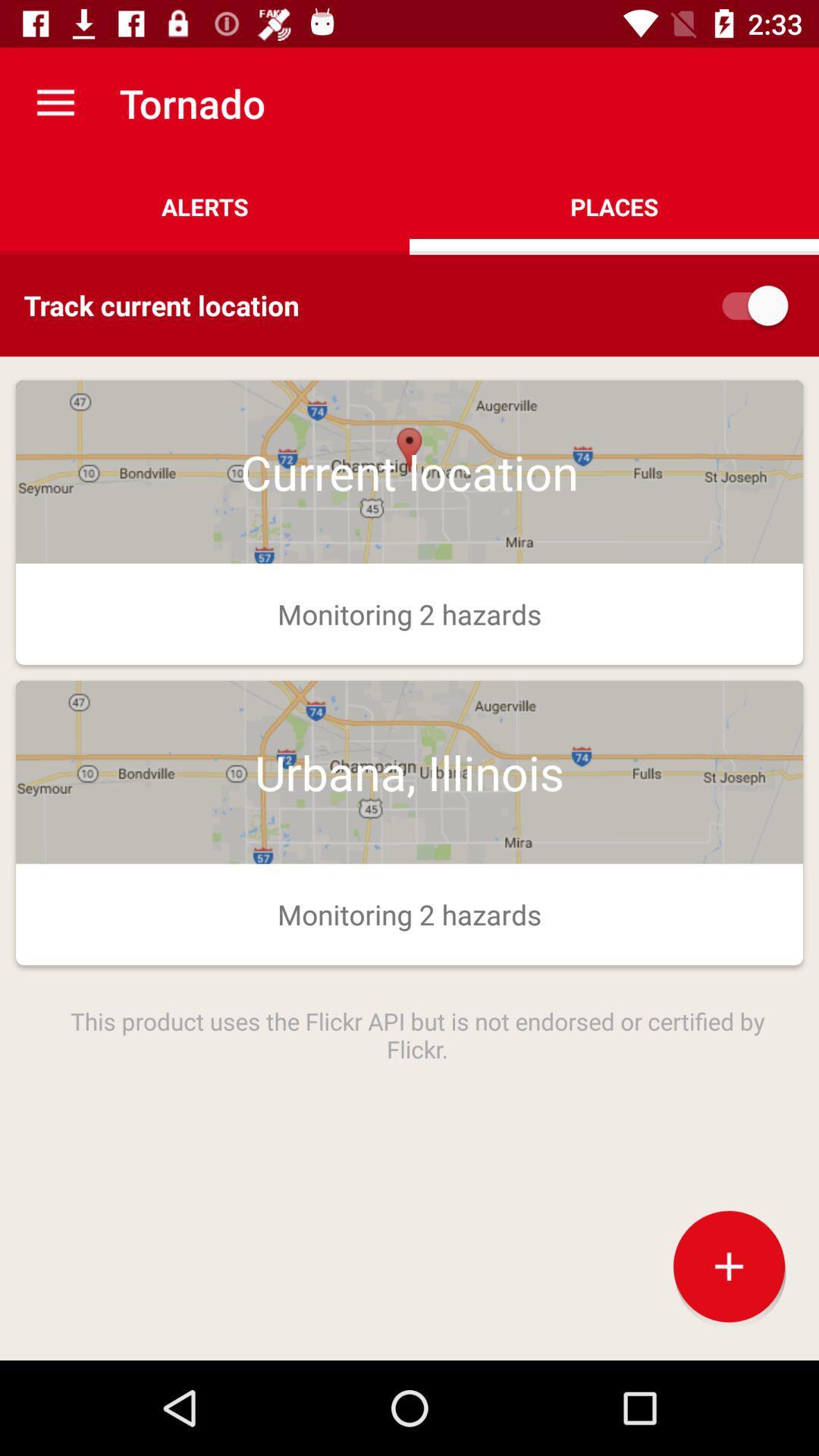  I want to click on the icon next to the places, so click(205, 206).